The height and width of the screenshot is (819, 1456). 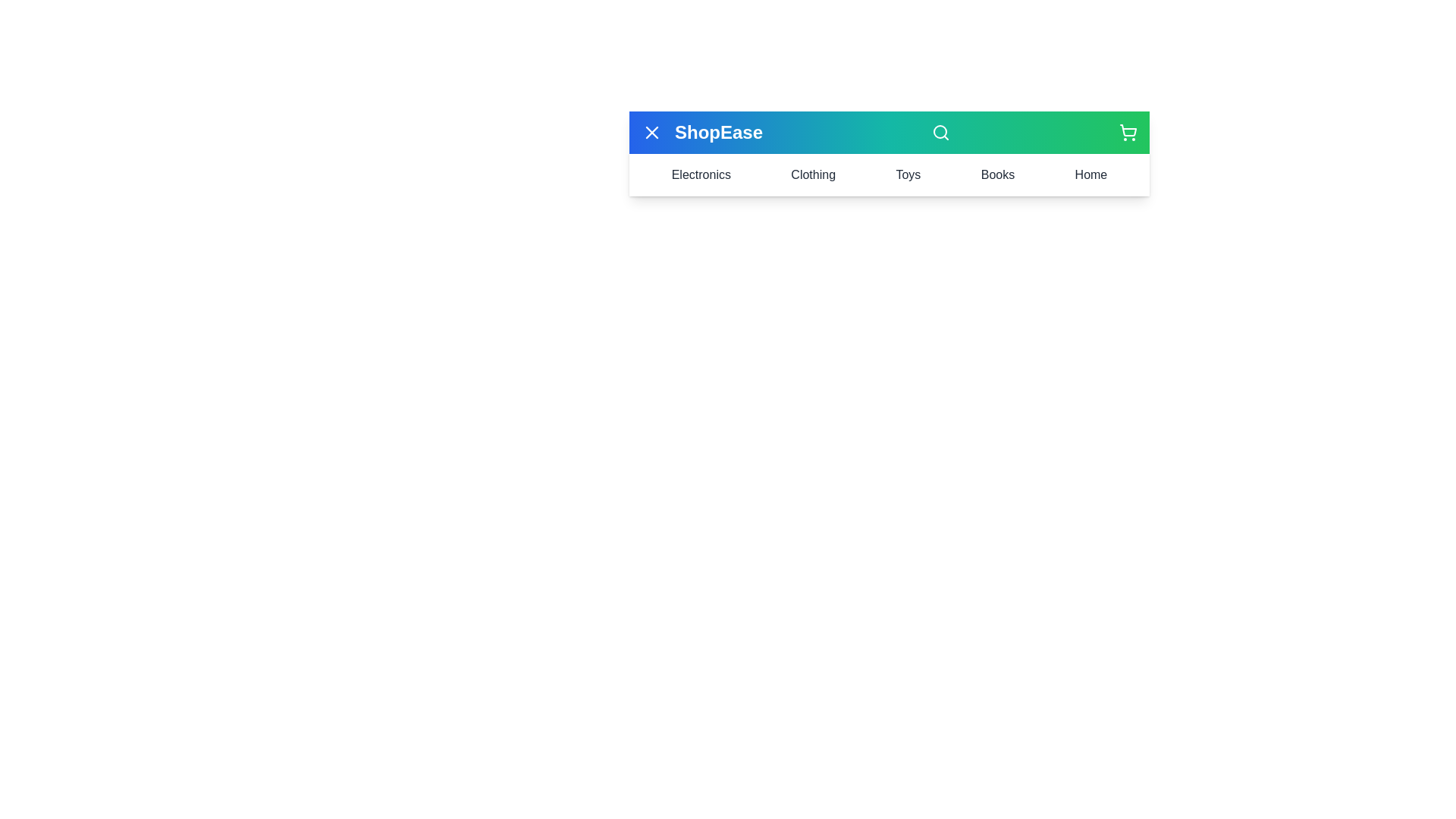 What do you see at coordinates (1128, 131) in the screenshot?
I see `the shopping cart icon to access the shopping cart` at bounding box center [1128, 131].